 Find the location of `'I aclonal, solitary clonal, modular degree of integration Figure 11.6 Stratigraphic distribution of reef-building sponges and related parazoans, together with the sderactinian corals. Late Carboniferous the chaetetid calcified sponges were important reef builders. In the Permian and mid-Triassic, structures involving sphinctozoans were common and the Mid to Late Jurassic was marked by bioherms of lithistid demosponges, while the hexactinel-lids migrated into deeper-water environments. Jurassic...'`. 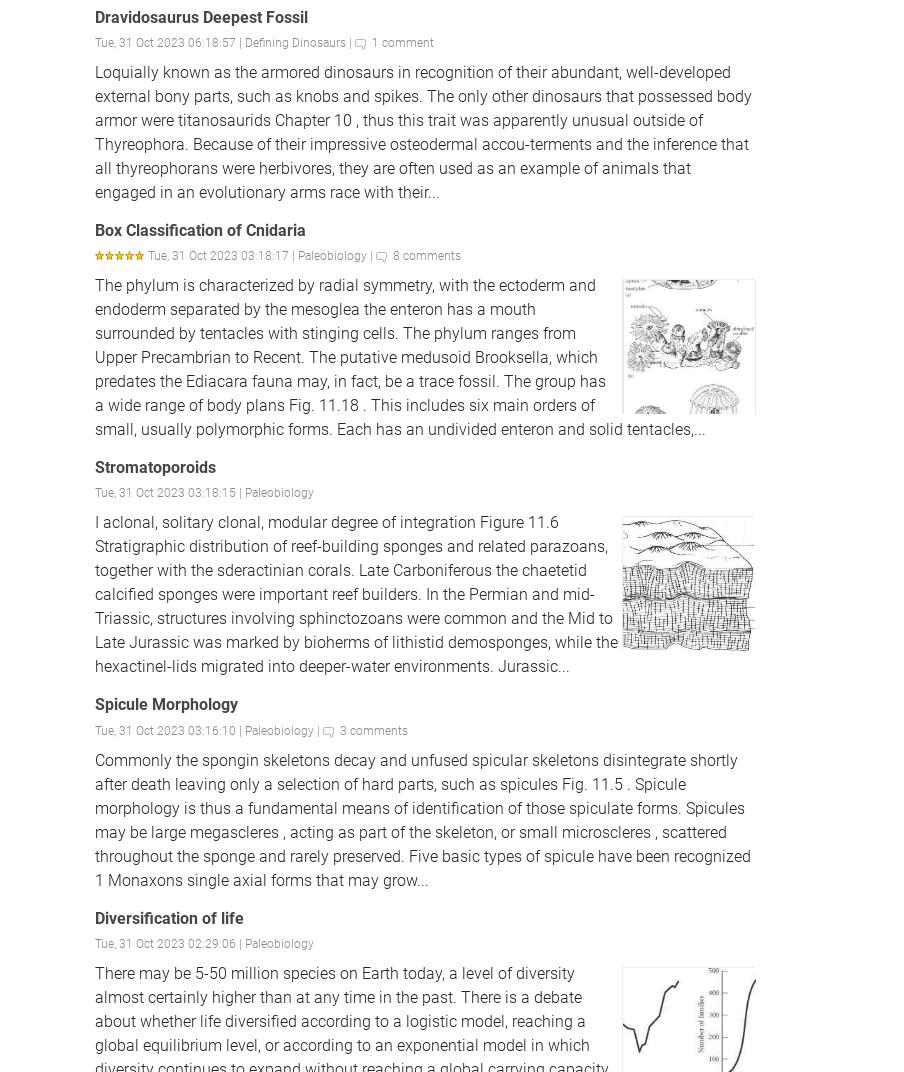

'I aclonal, solitary clonal, modular degree of integration Figure 11.6 Stratigraphic distribution of reef-building sponges and related parazoans, together with the sderactinian corals. Late Carboniferous the chaetetid calcified sponges were important reef builders. In the Permian and mid-Triassic, structures involving sphinctozoans were common and the Mid to Late Jurassic was marked by bioherms of lithistid demosponges, while the hexactinel-lids migrated into deeper-water environments. Jurassic...' is located at coordinates (355, 593).